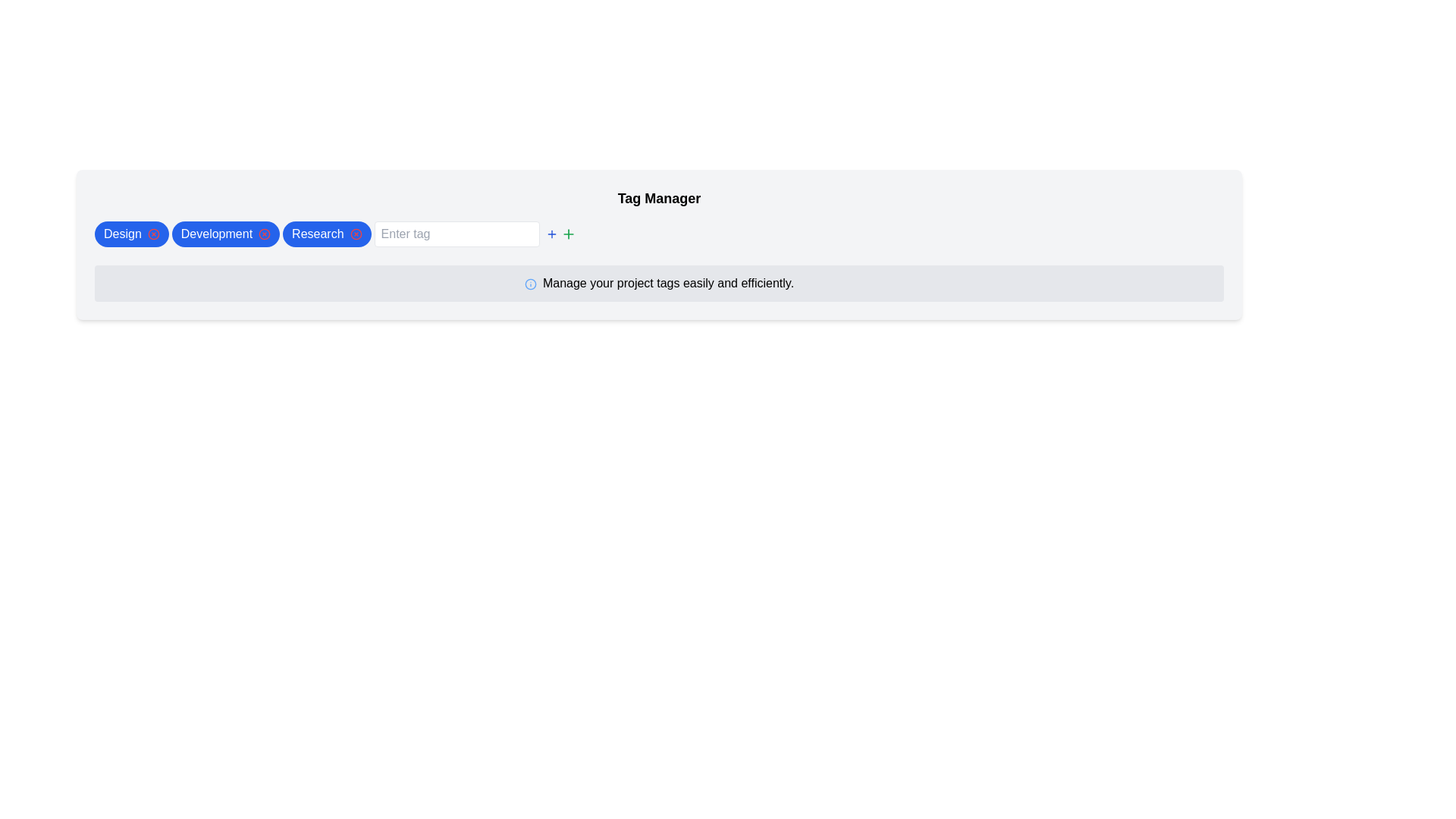 The image size is (1456, 819). I want to click on the plus icon located to the far right of the 'Enter tag' input field, so click(567, 234).